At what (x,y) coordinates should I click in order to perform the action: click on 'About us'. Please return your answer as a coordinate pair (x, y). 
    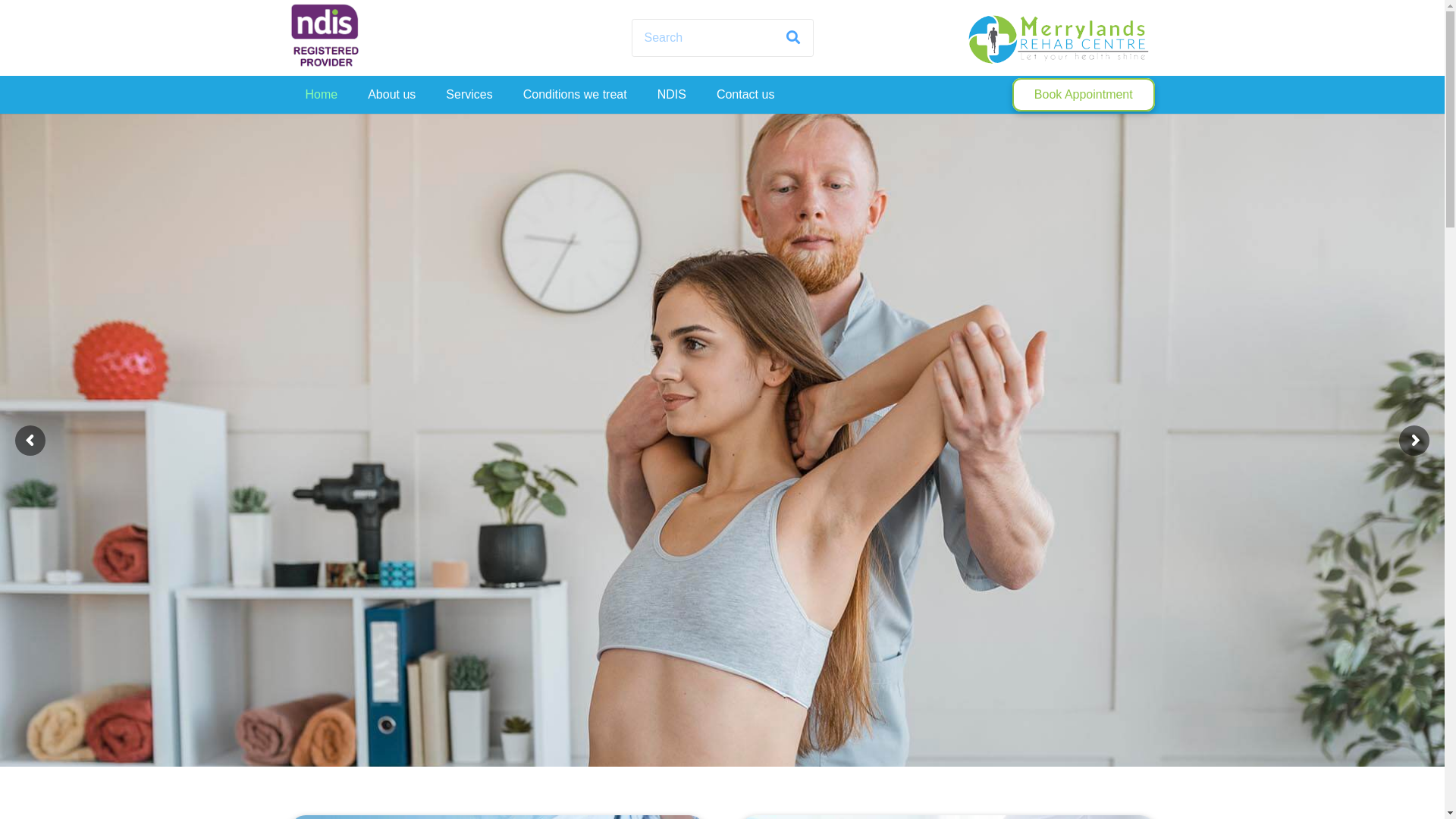
    Looking at the image, I should click on (391, 94).